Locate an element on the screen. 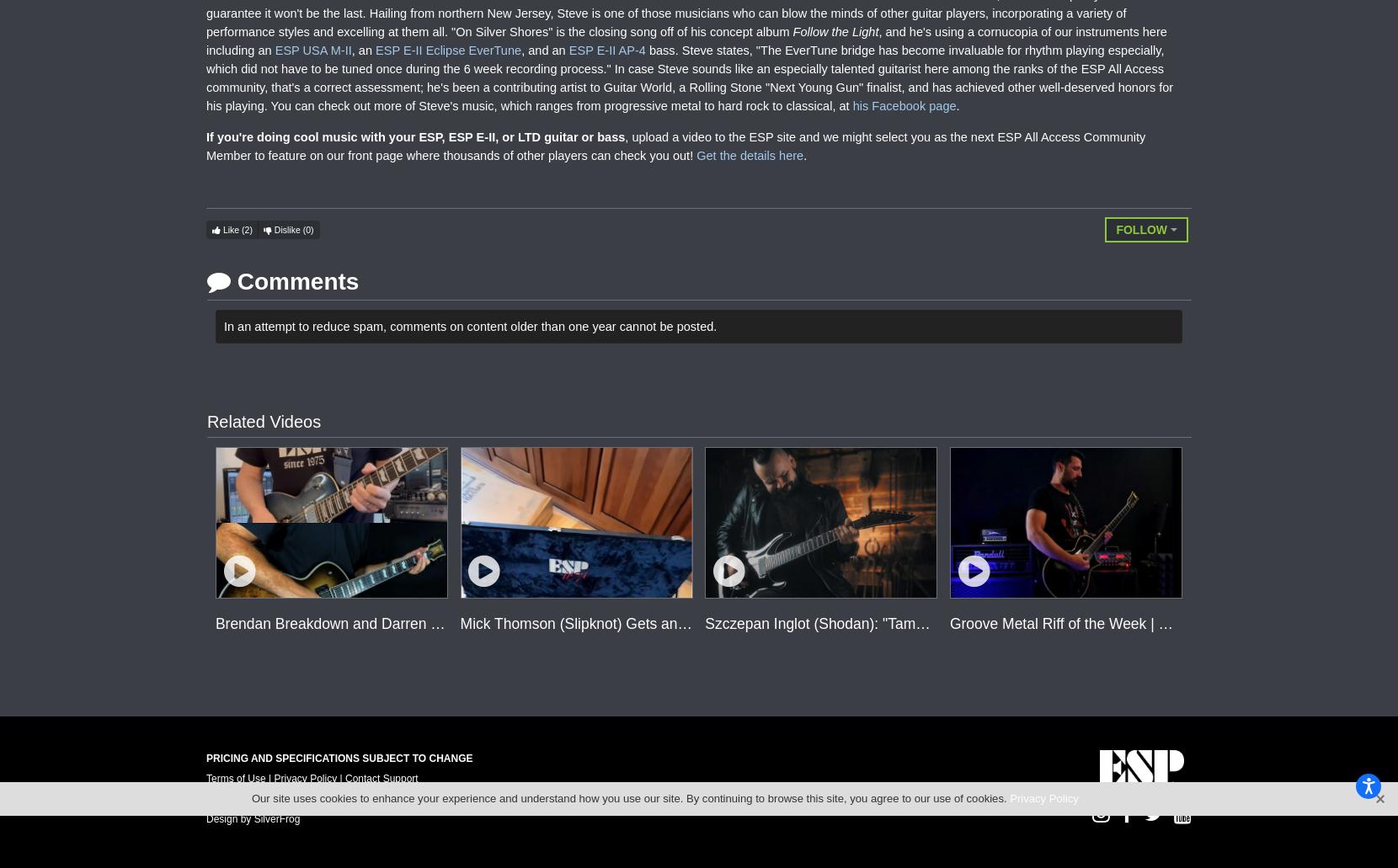 This screenshot has width=1398, height=868. '(2)' is located at coordinates (241, 230).